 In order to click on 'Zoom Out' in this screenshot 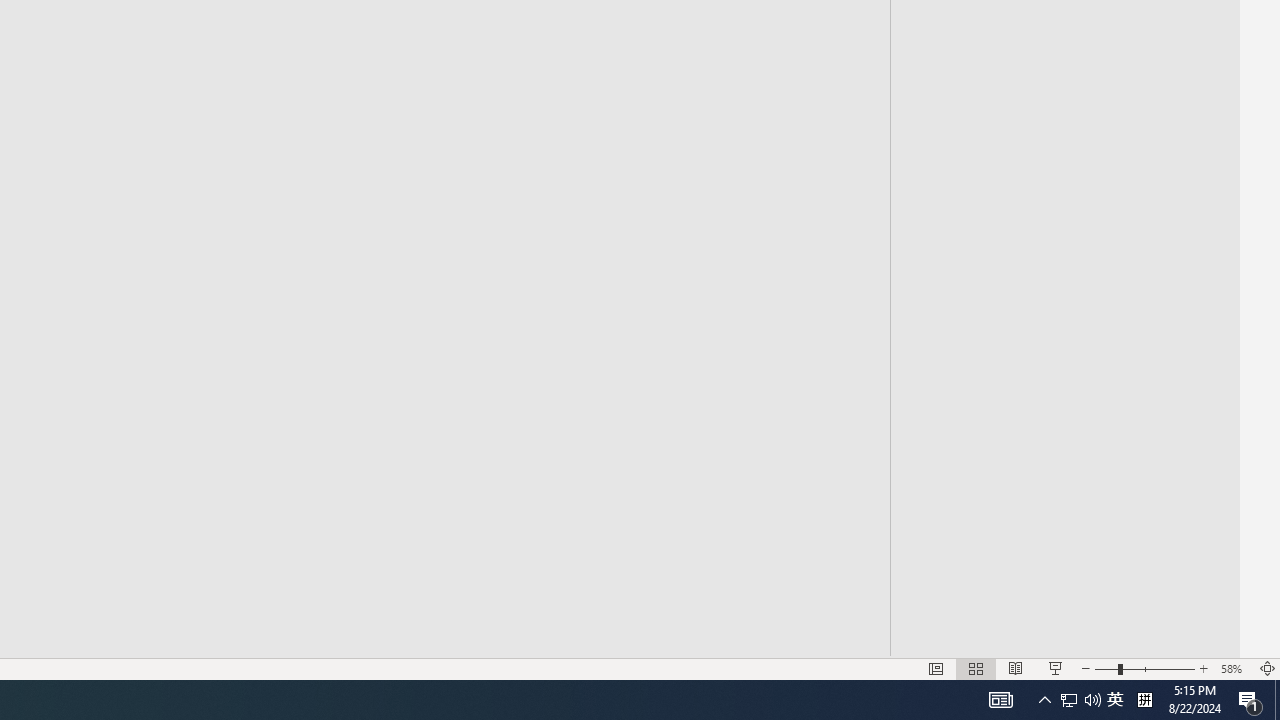, I will do `click(1104, 669)`.